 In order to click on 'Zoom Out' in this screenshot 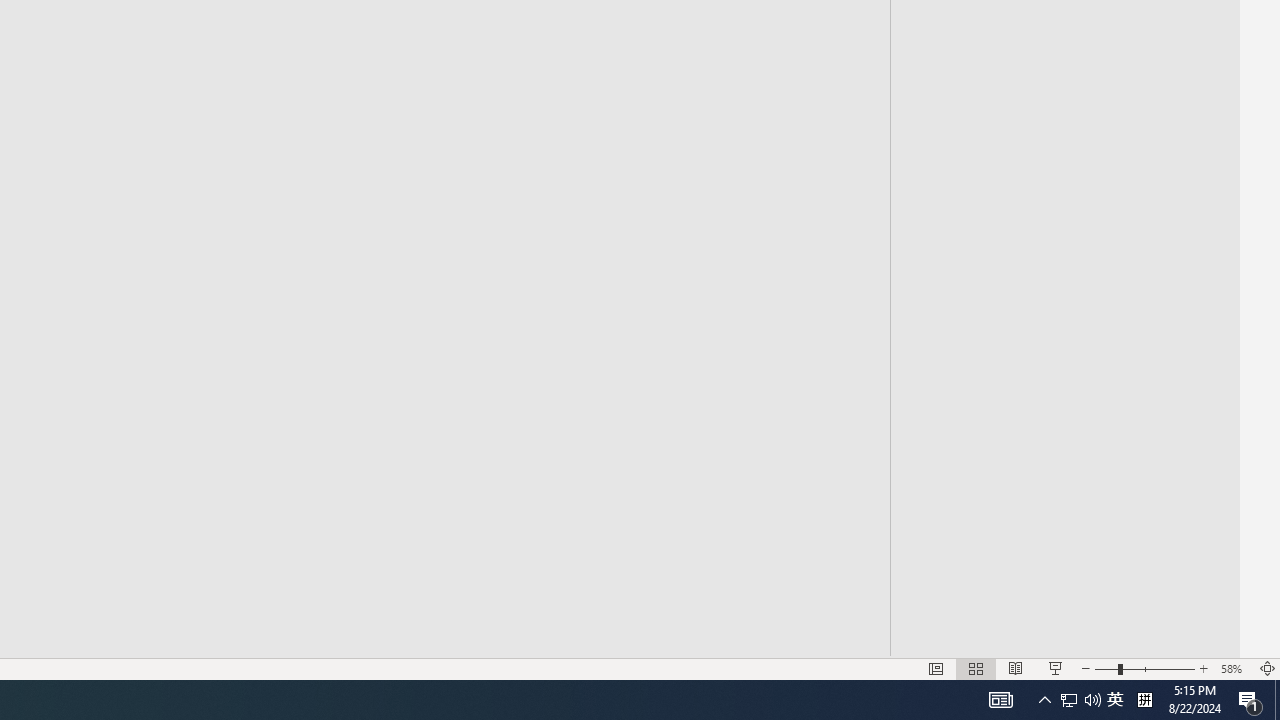, I will do `click(1104, 669)`.